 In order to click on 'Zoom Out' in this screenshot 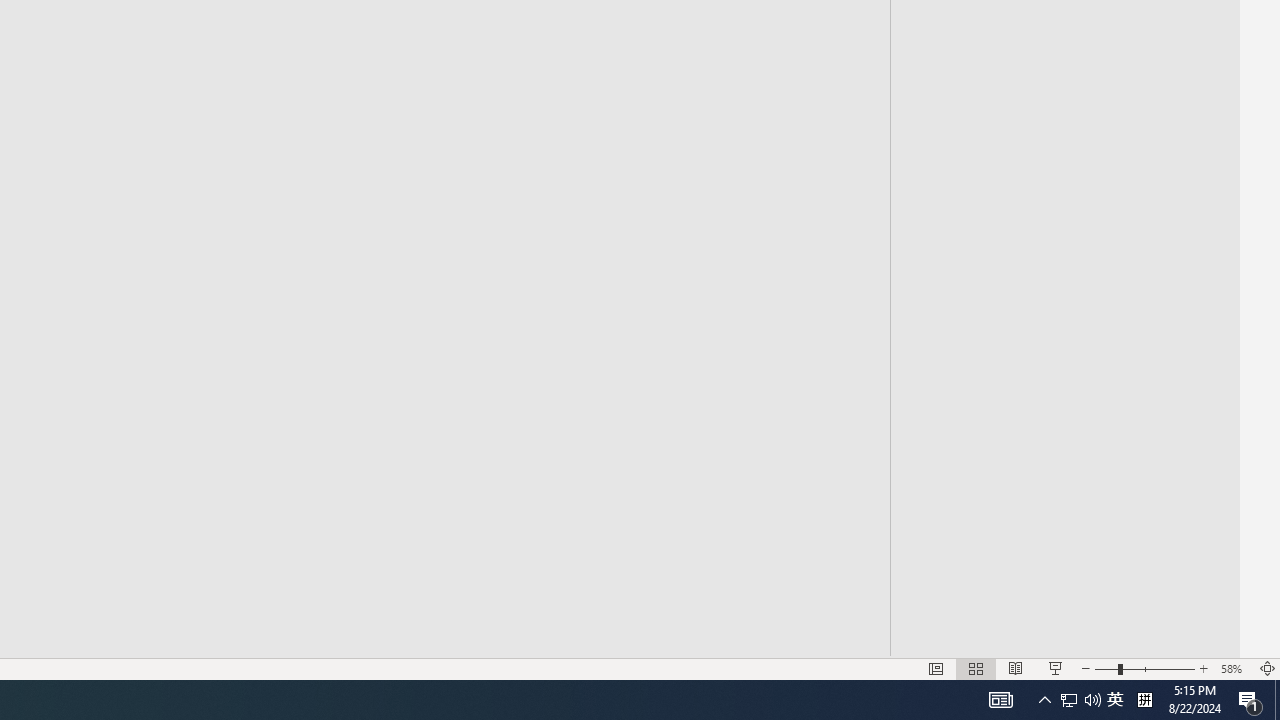, I will do `click(1104, 669)`.